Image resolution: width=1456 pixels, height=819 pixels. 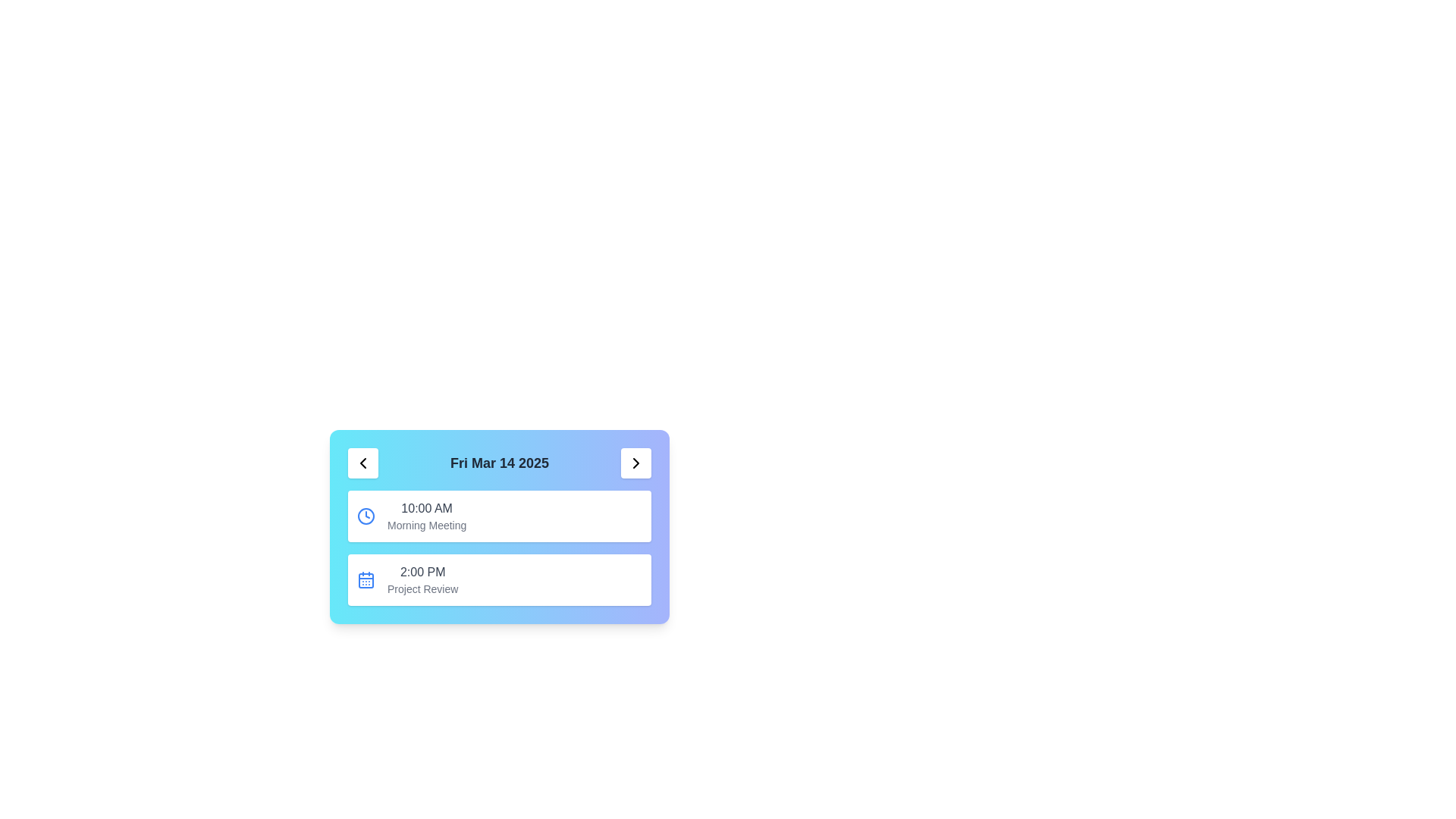 I want to click on the label providing additional details or context to the time displayed above it, which is positioned immediately below '10:00 AM', so click(x=426, y=525).